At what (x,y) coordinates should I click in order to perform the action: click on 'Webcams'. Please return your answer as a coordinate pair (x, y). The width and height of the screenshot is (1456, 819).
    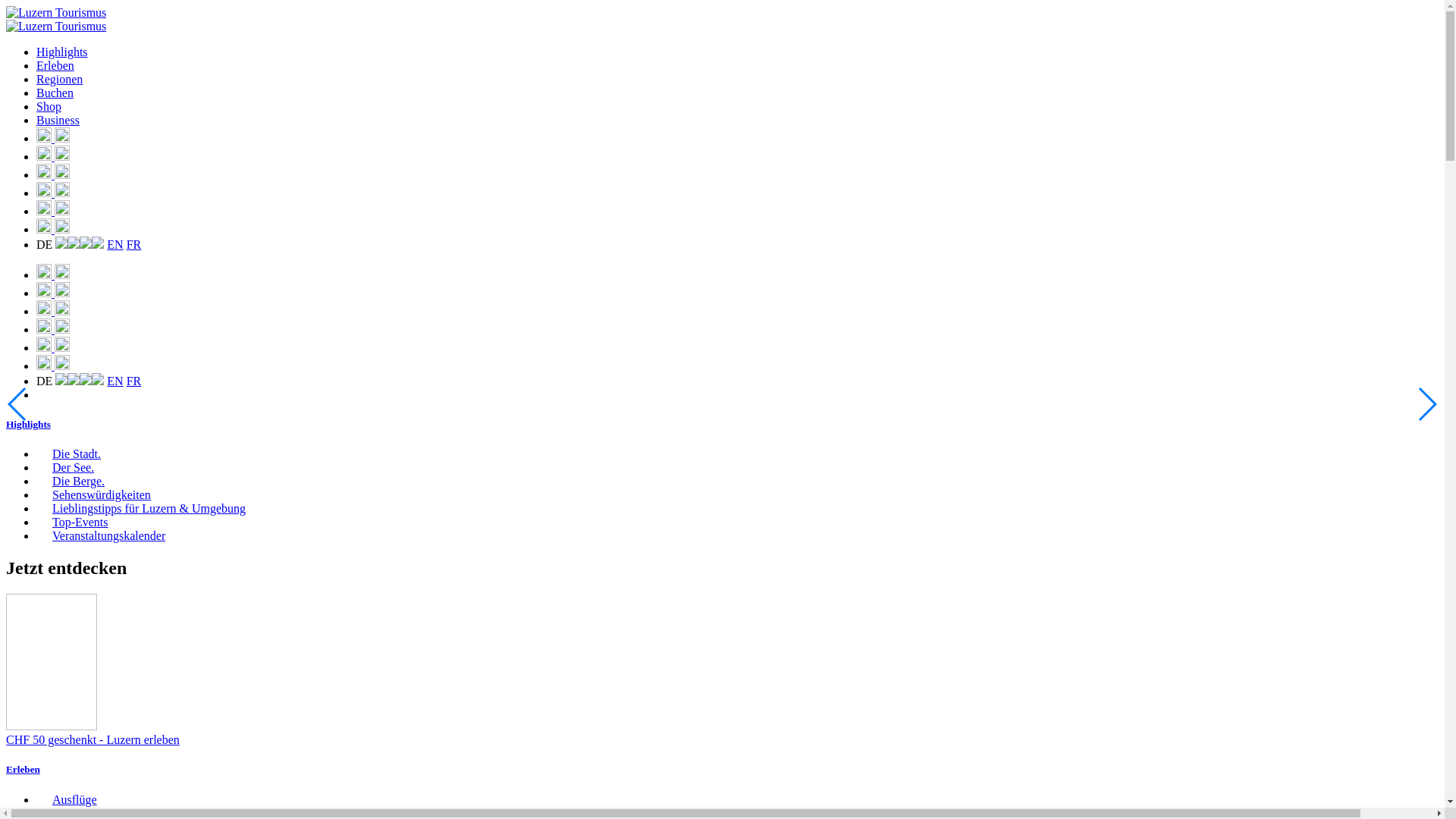
    Looking at the image, I should click on (53, 174).